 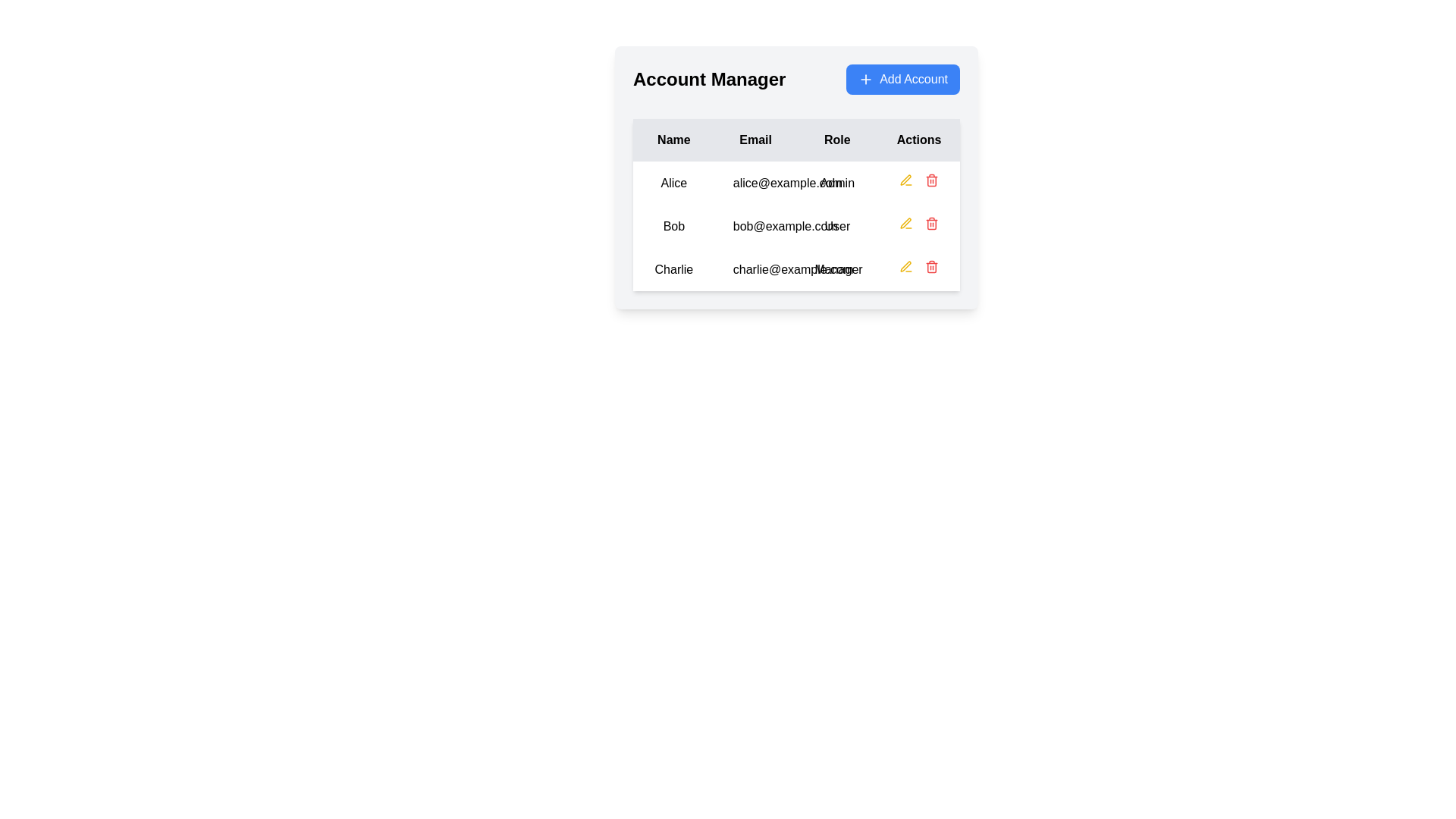 What do you see at coordinates (903, 79) in the screenshot?
I see `the 'Add New Account' button located at the top-right corner of the 'Account Manager' section, which triggers a context menu if available` at bounding box center [903, 79].